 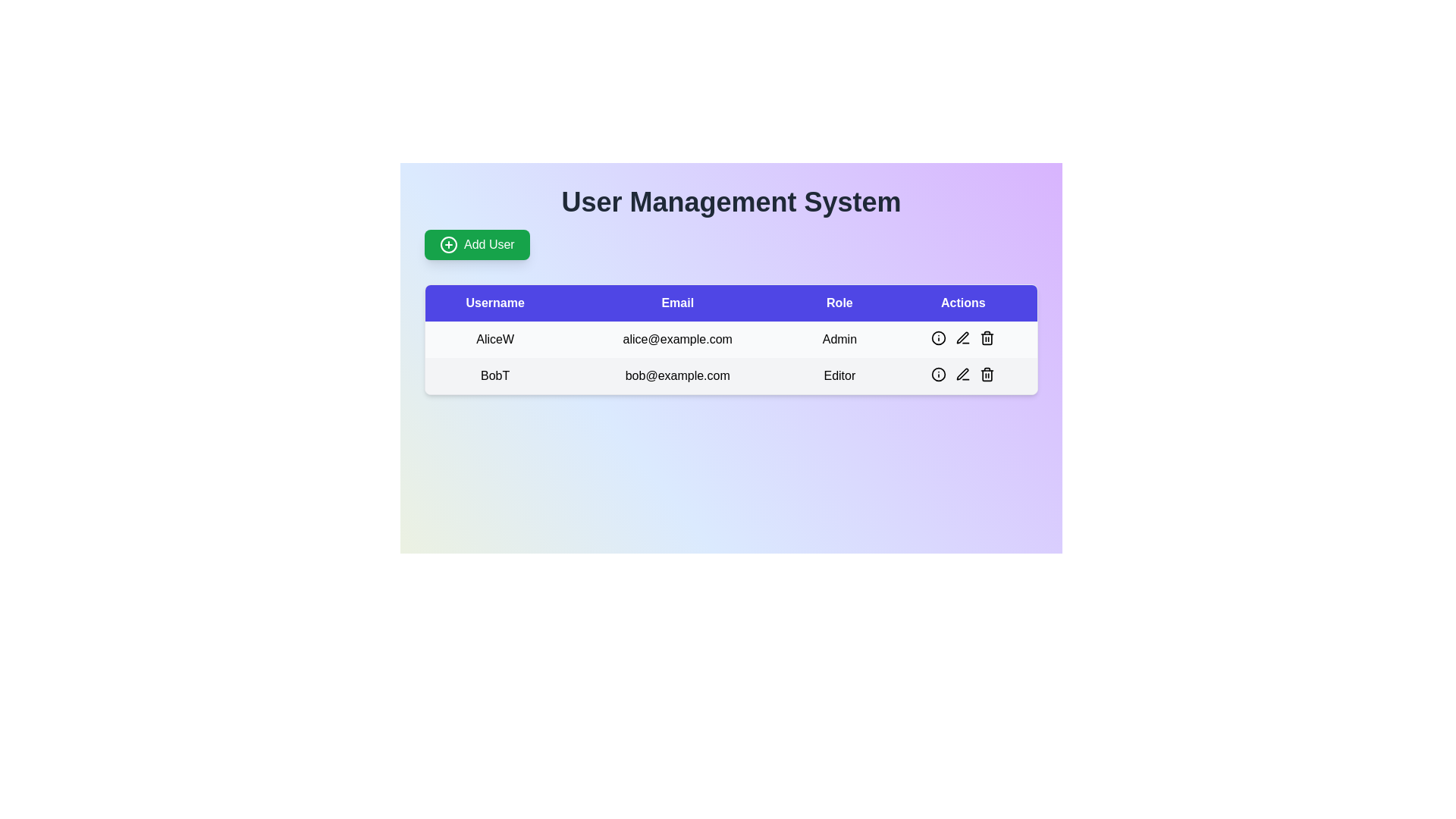 I want to click on the 'Role' label, which has a blue background and white text, positioned between the 'Email' and 'Actions' headers in a table-like layout, so click(x=839, y=303).